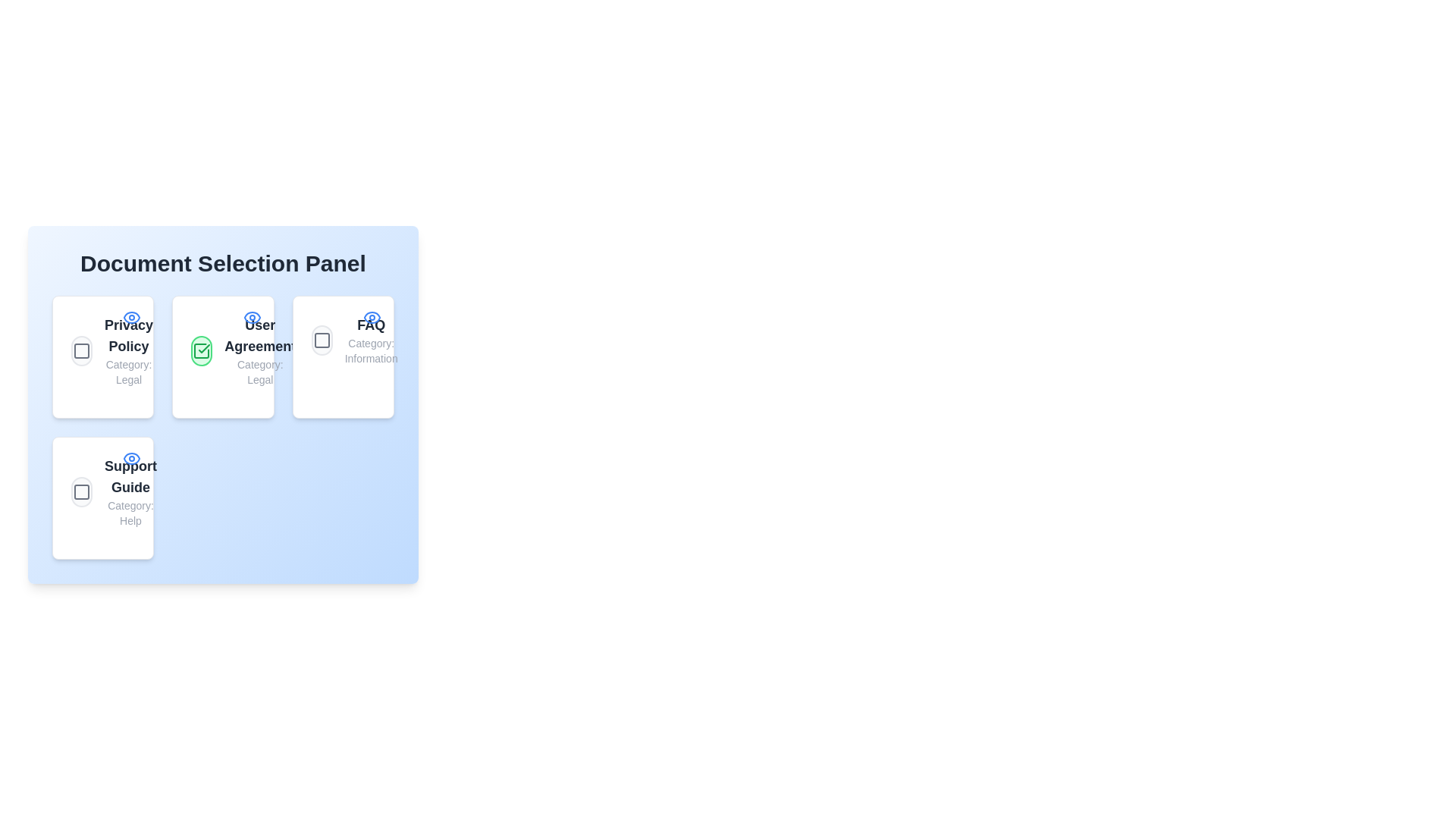 The height and width of the screenshot is (819, 1456). I want to click on the 'Eye' icon of the Privacy Policy document to view its details, so click(131, 317).